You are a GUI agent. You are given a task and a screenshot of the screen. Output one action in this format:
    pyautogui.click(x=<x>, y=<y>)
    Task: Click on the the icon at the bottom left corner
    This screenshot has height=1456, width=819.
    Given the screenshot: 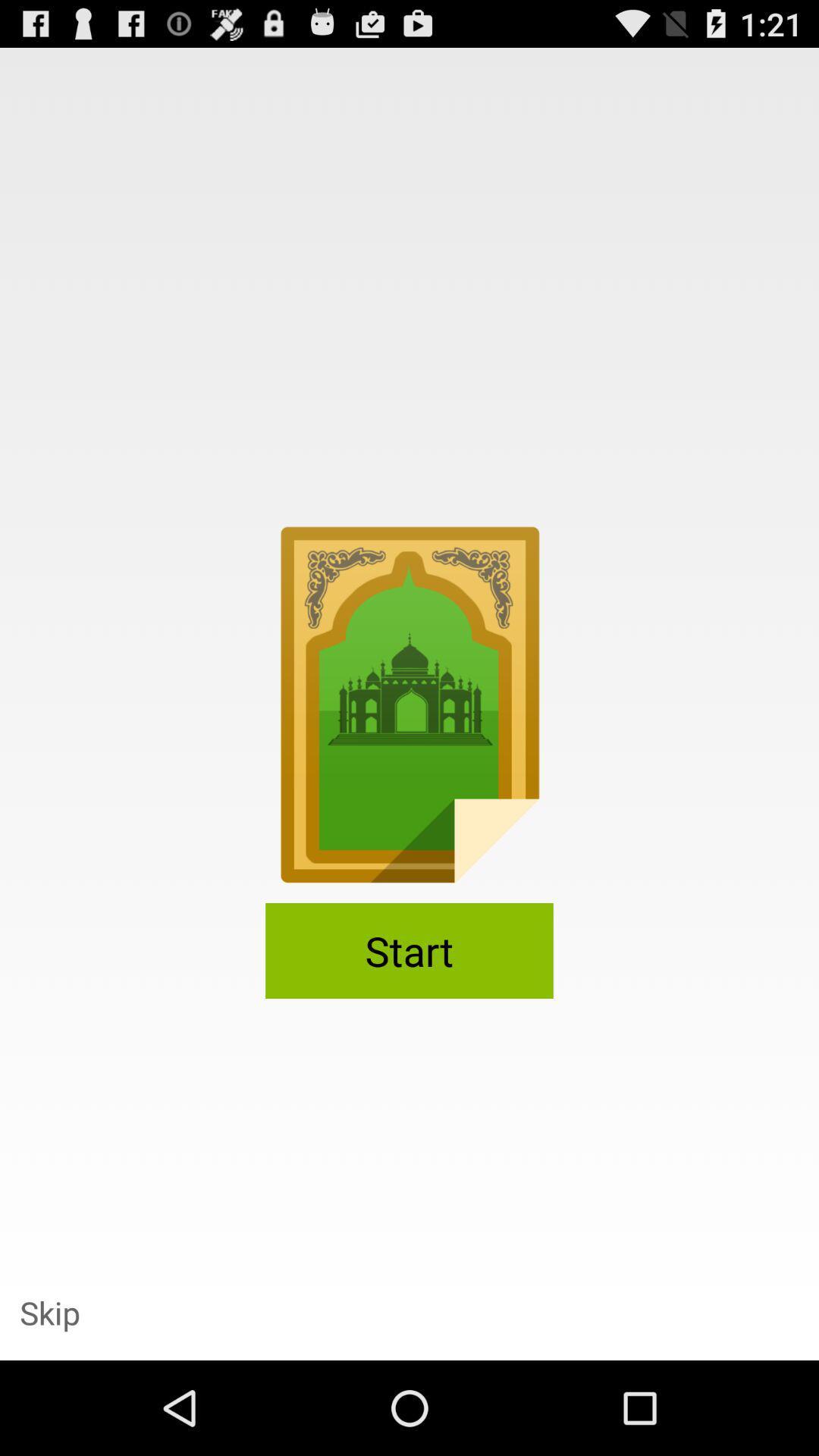 What is the action you would take?
    pyautogui.click(x=49, y=1312)
    